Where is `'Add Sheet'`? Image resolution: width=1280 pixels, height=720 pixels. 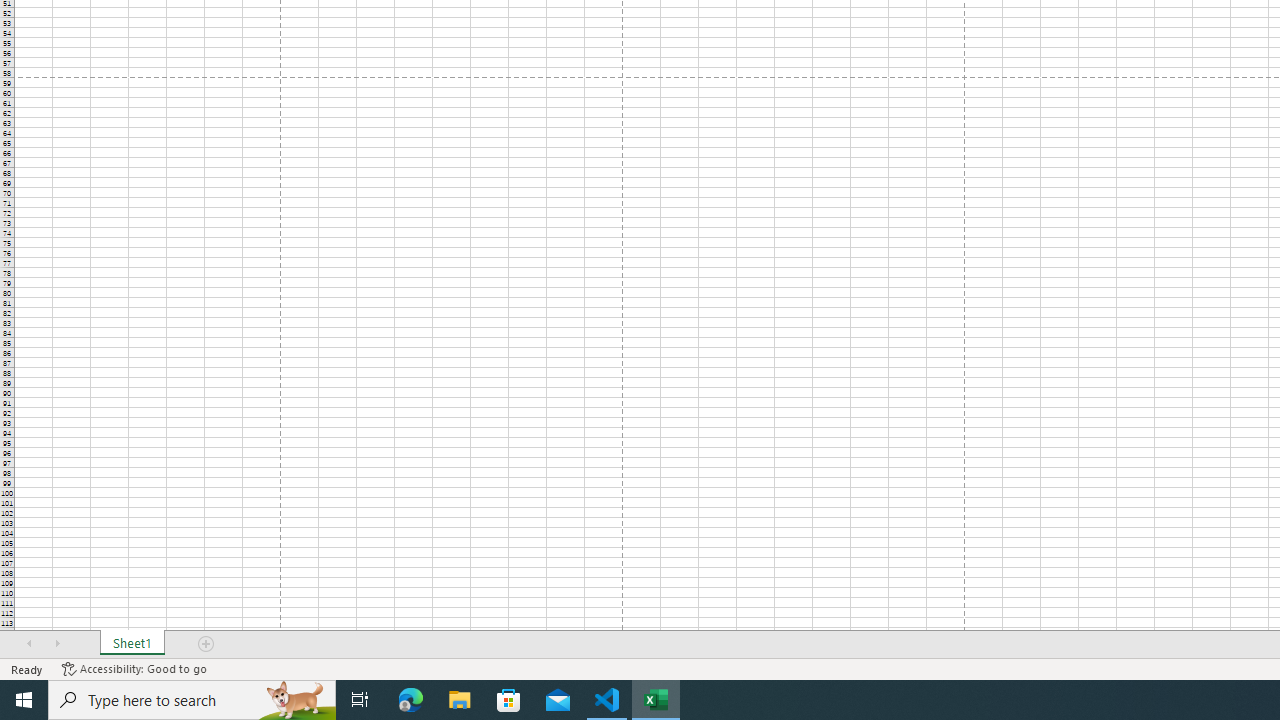
'Add Sheet' is located at coordinates (207, 644).